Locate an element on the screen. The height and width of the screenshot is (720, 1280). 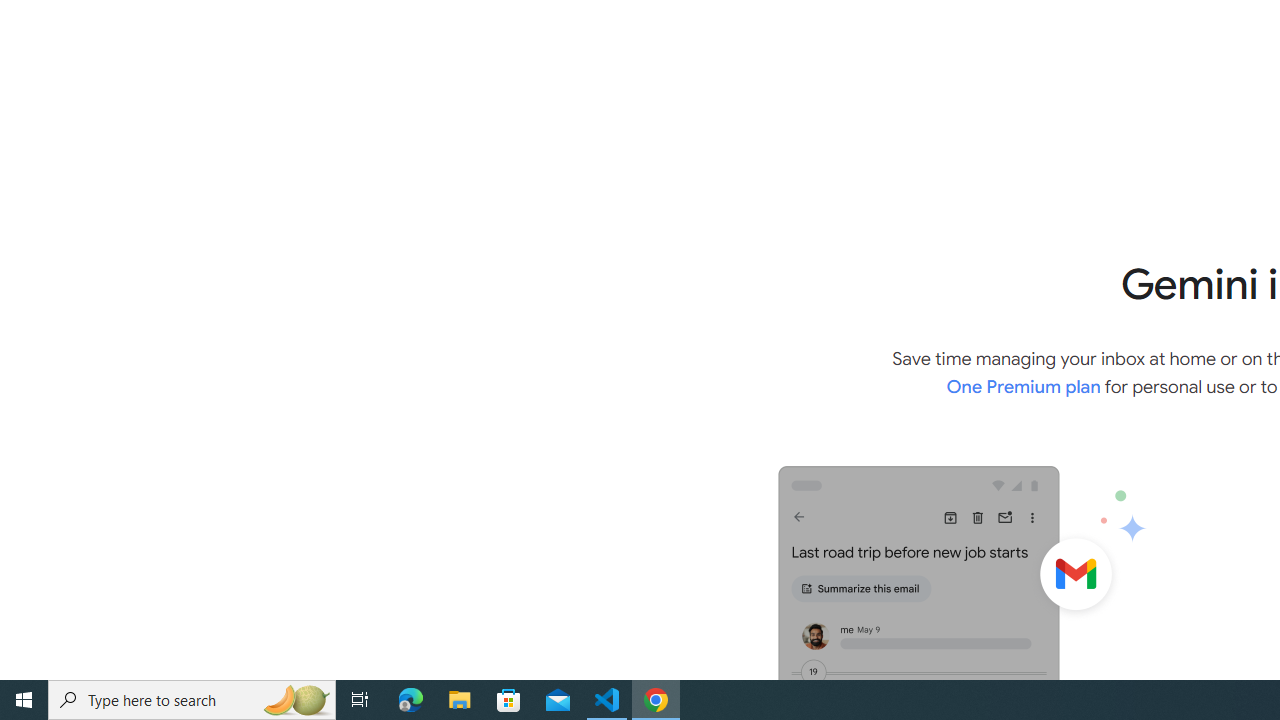
'File Explorer' is located at coordinates (459, 698).